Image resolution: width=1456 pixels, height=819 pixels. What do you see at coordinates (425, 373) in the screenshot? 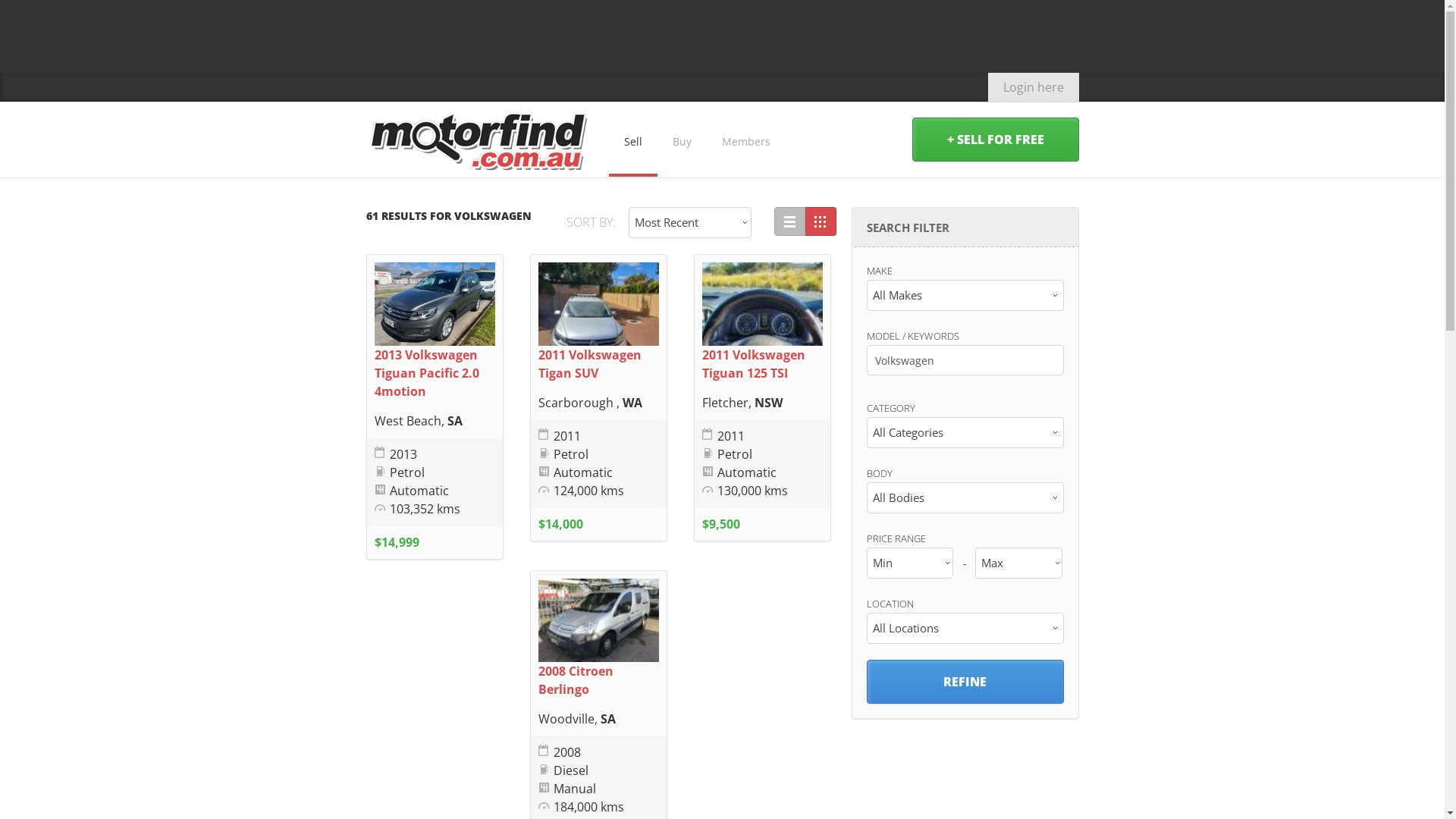
I see `'2013 Volkswagen Tiguan Pacific 2.0 4motion'` at bounding box center [425, 373].